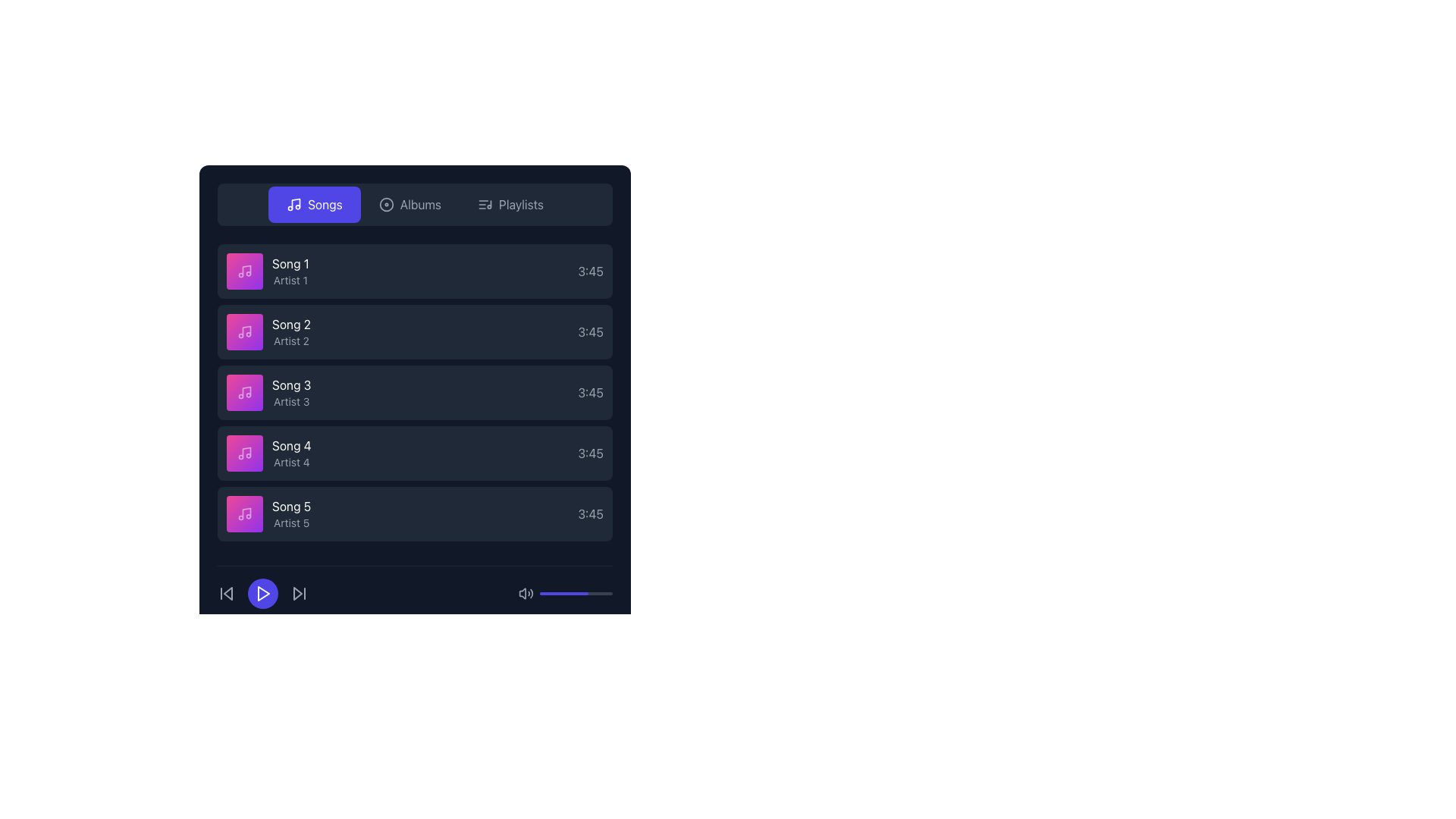 Image resolution: width=1456 pixels, height=819 pixels. What do you see at coordinates (563, 593) in the screenshot?
I see `the blue progress bar indicator, which is a rounded rectangle occupying two-thirds of the width of a gray bar near the bottom right corner of the interface` at bounding box center [563, 593].